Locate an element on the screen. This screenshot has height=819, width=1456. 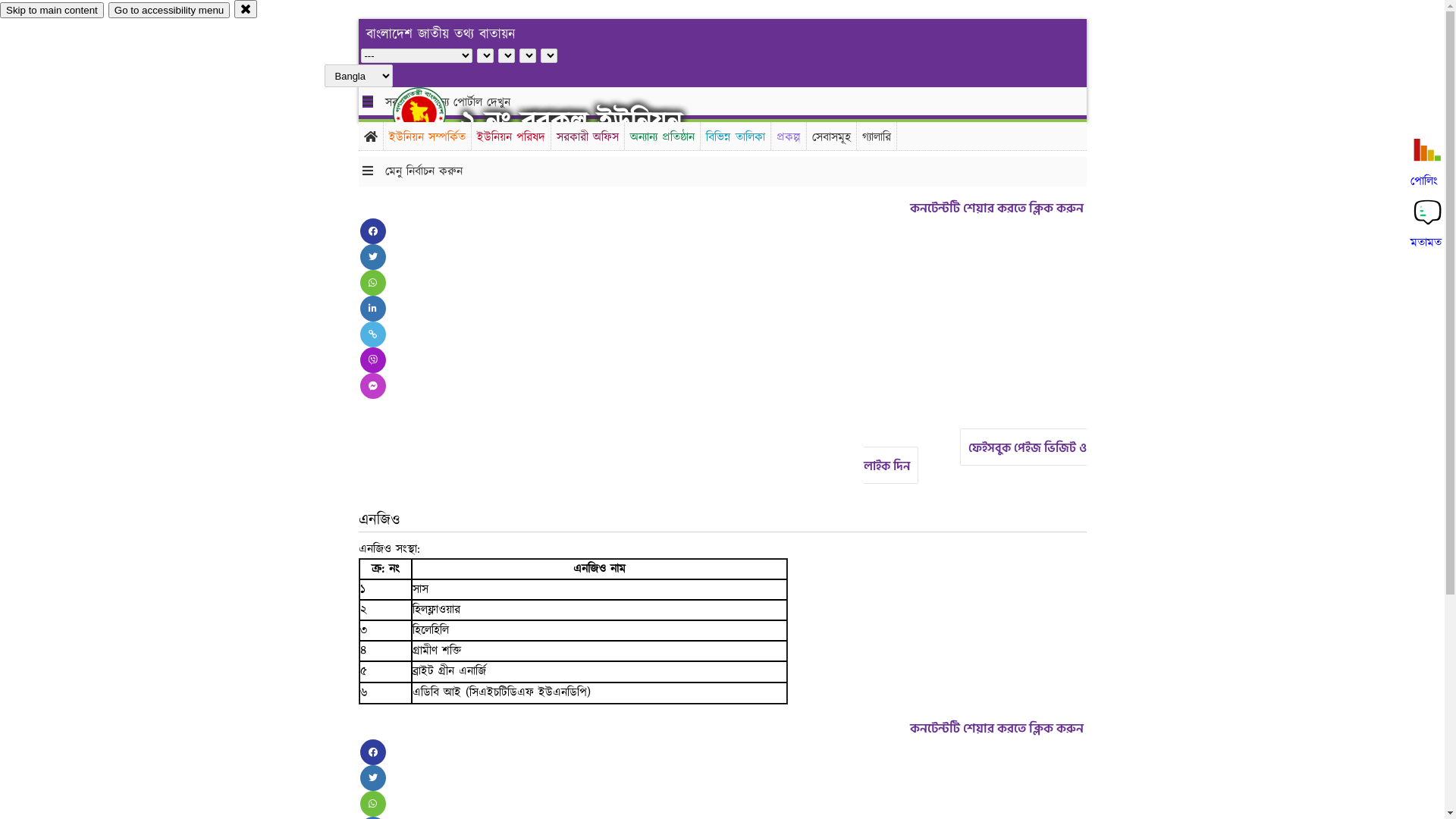
'close' is located at coordinates (246, 8).